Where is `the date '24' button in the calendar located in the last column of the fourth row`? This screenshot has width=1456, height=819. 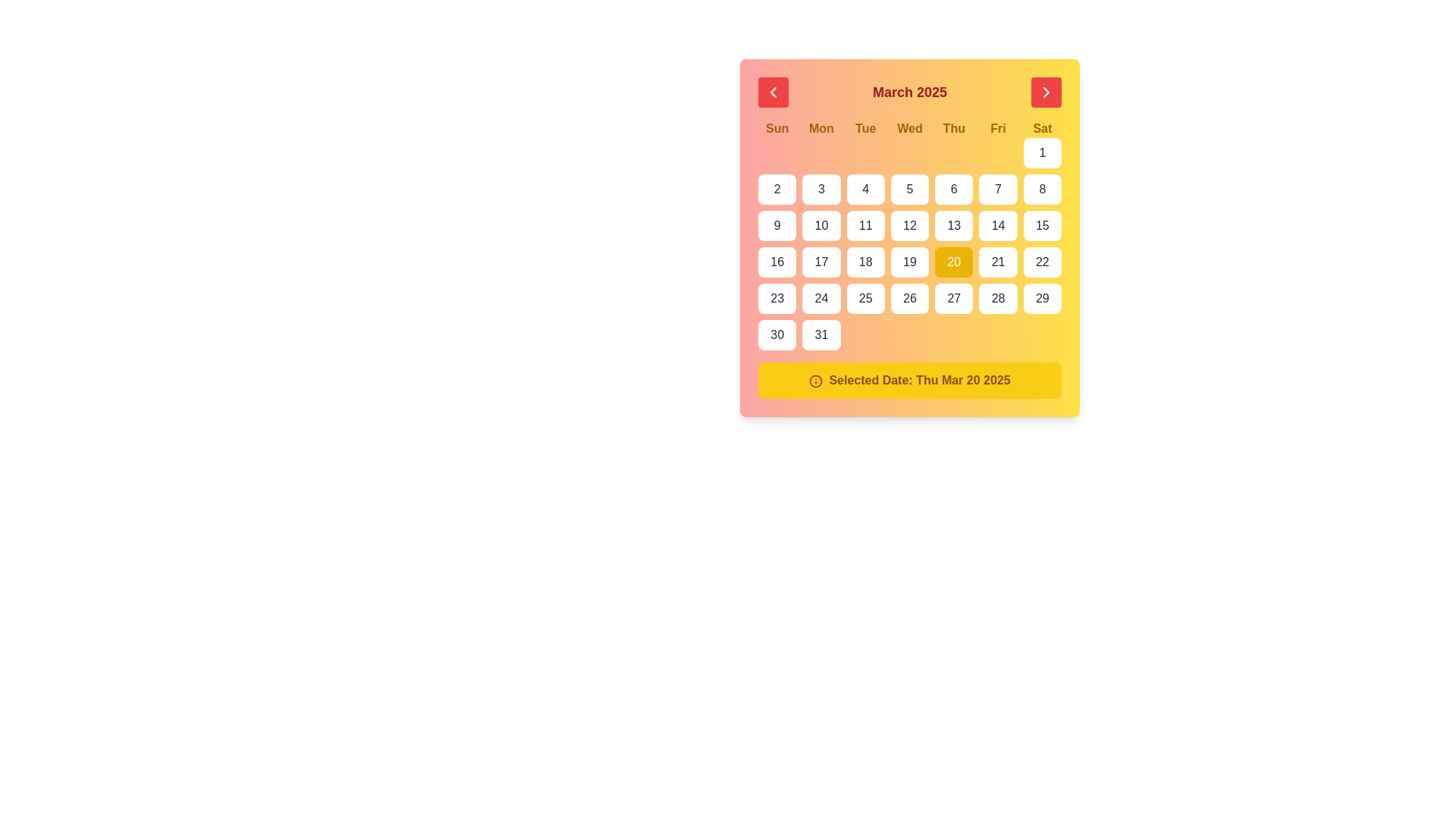
the date '24' button in the calendar located in the last column of the fourth row is located at coordinates (821, 298).